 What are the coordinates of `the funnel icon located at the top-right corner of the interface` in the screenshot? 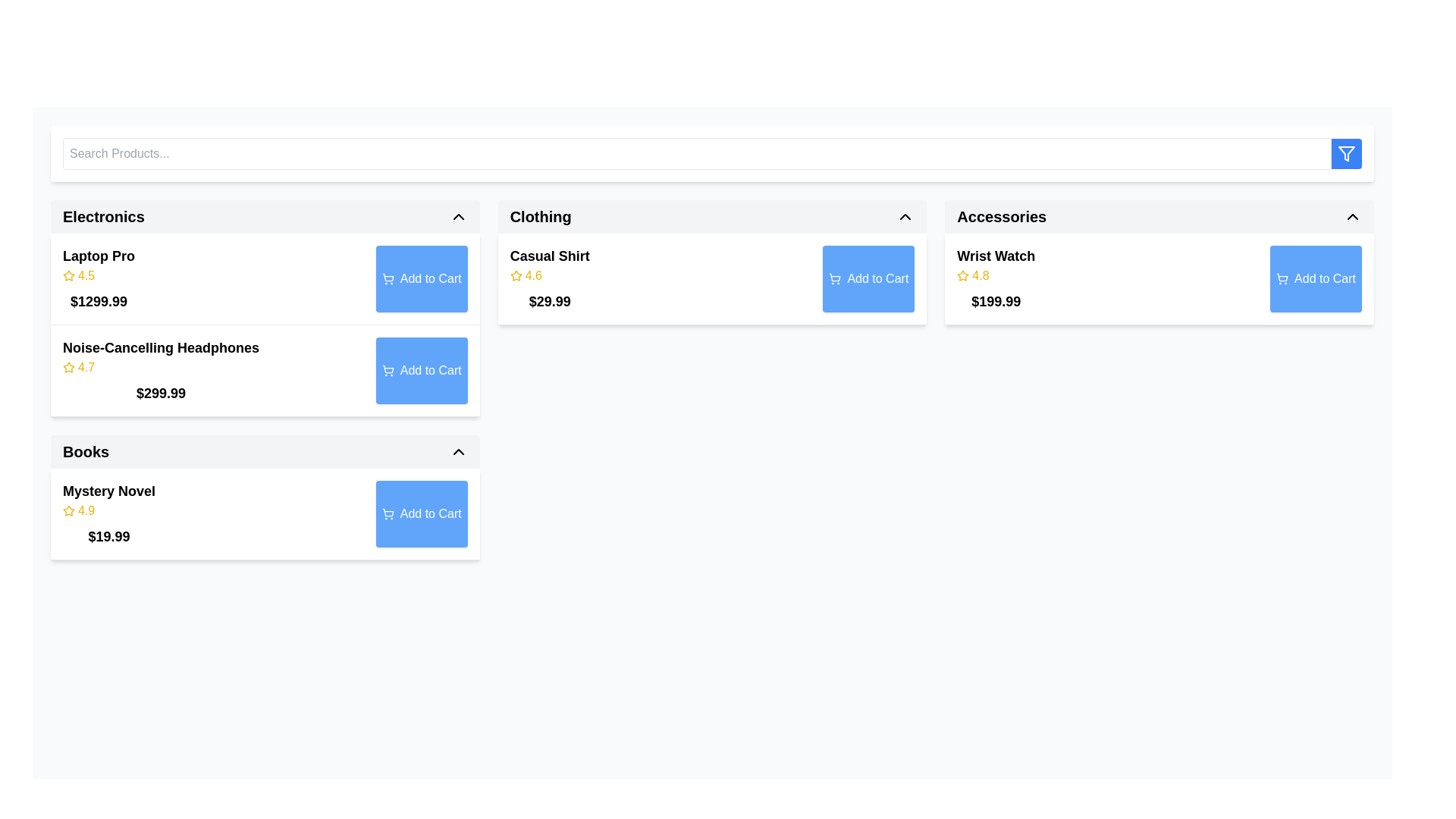 It's located at (1347, 154).